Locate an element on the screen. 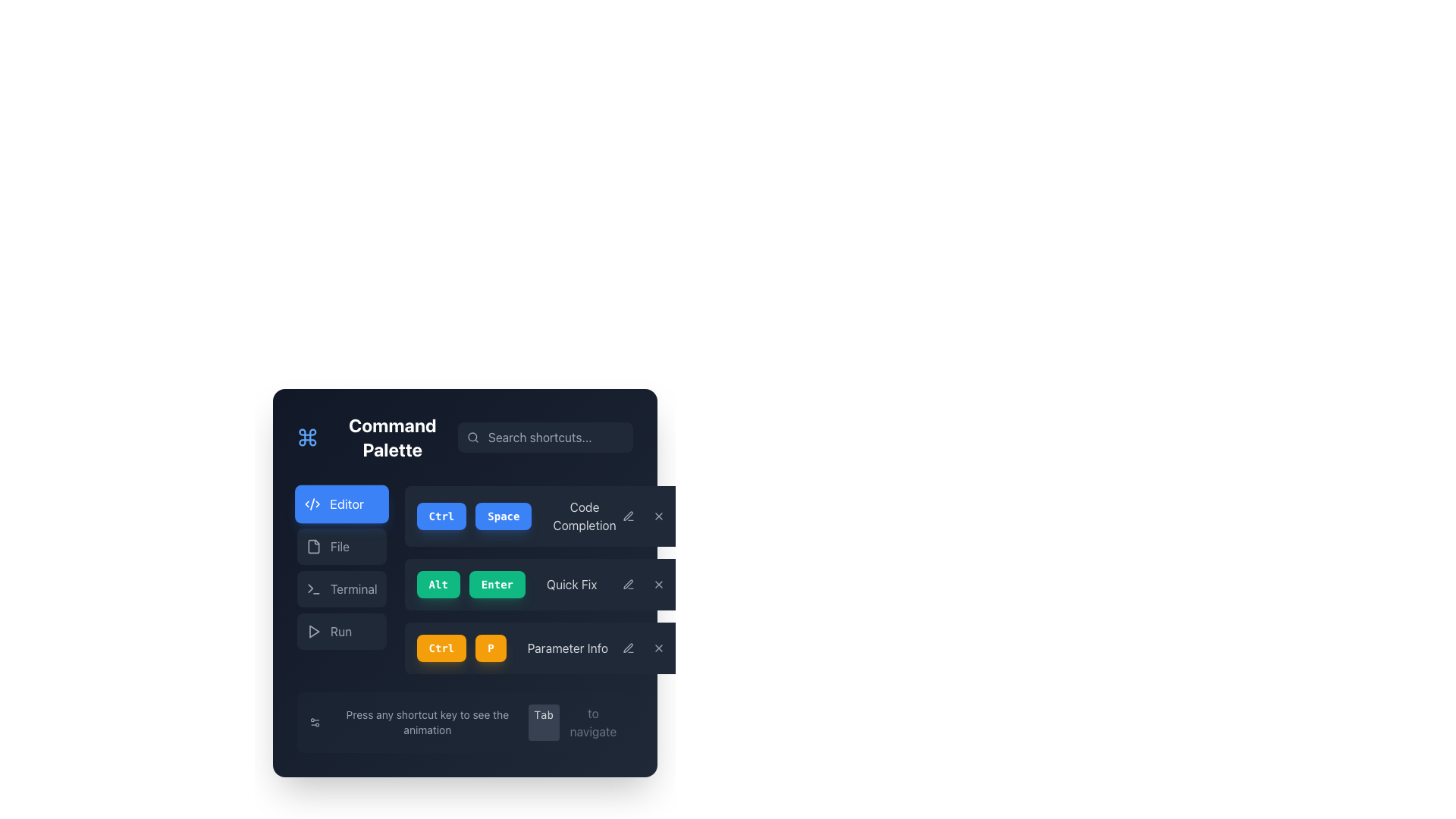 The width and height of the screenshot is (1456, 819). the 'Ctrl' key button located under the 'Code Completion' label, which is the first button in a horizontal arrangement of interactive elements is located at coordinates (441, 516).